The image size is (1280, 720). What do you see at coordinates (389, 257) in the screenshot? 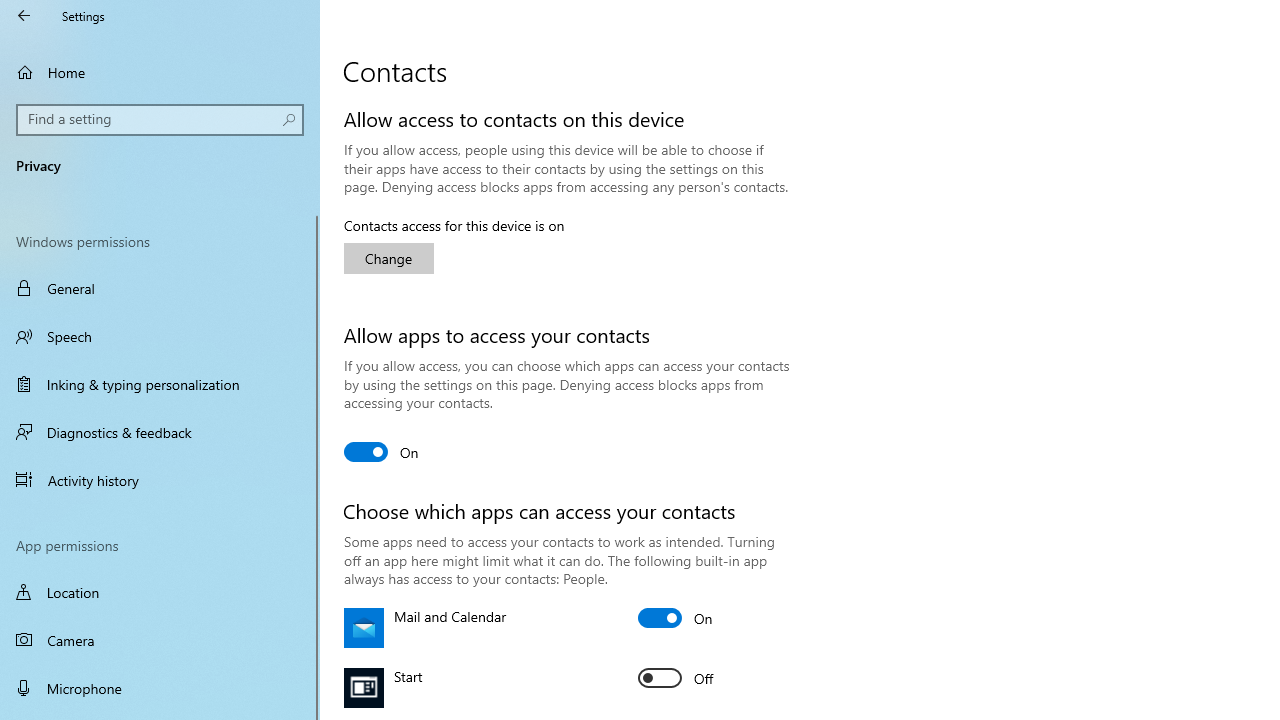
I see `'Change'` at bounding box center [389, 257].